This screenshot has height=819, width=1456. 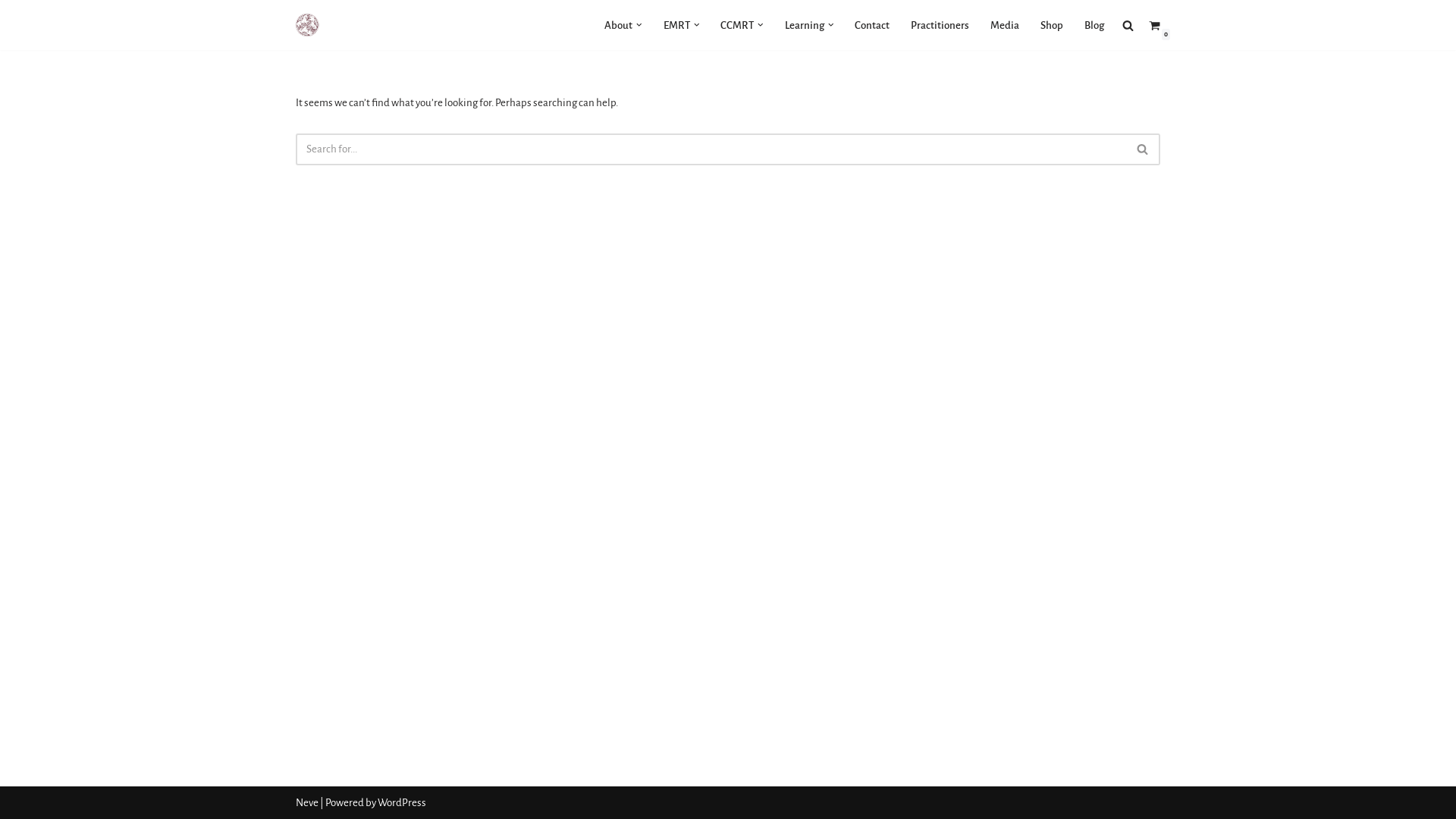 What do you see at coordinates (401, 801) in the screenshot?
I see `'WordPress'` at bounding box center [401, 801].